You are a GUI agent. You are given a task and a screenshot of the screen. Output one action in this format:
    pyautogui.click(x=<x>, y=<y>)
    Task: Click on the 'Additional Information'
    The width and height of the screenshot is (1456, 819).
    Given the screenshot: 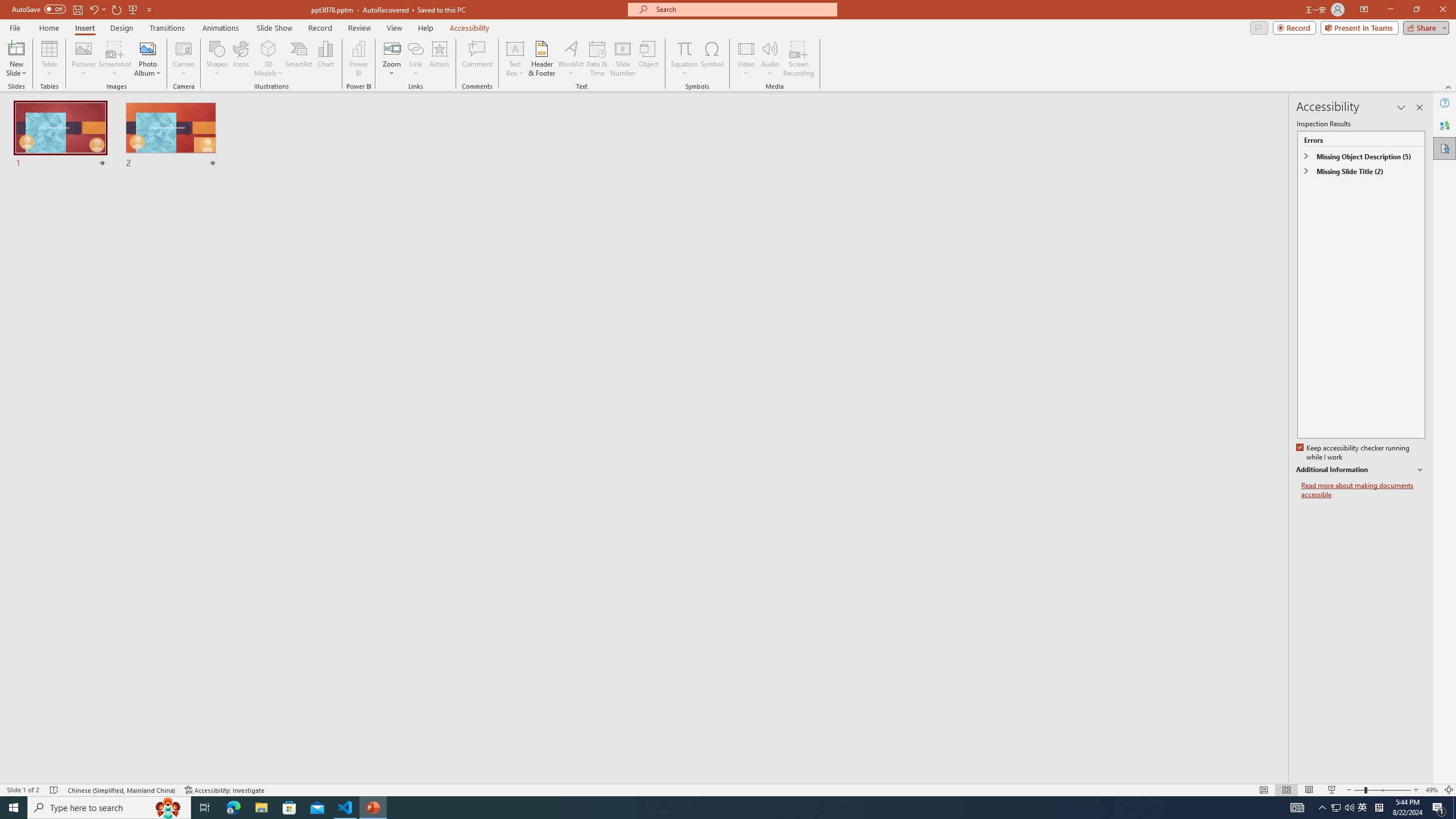 What is the action you would take?
    pyautogui.click(x=1360, y=470)
    